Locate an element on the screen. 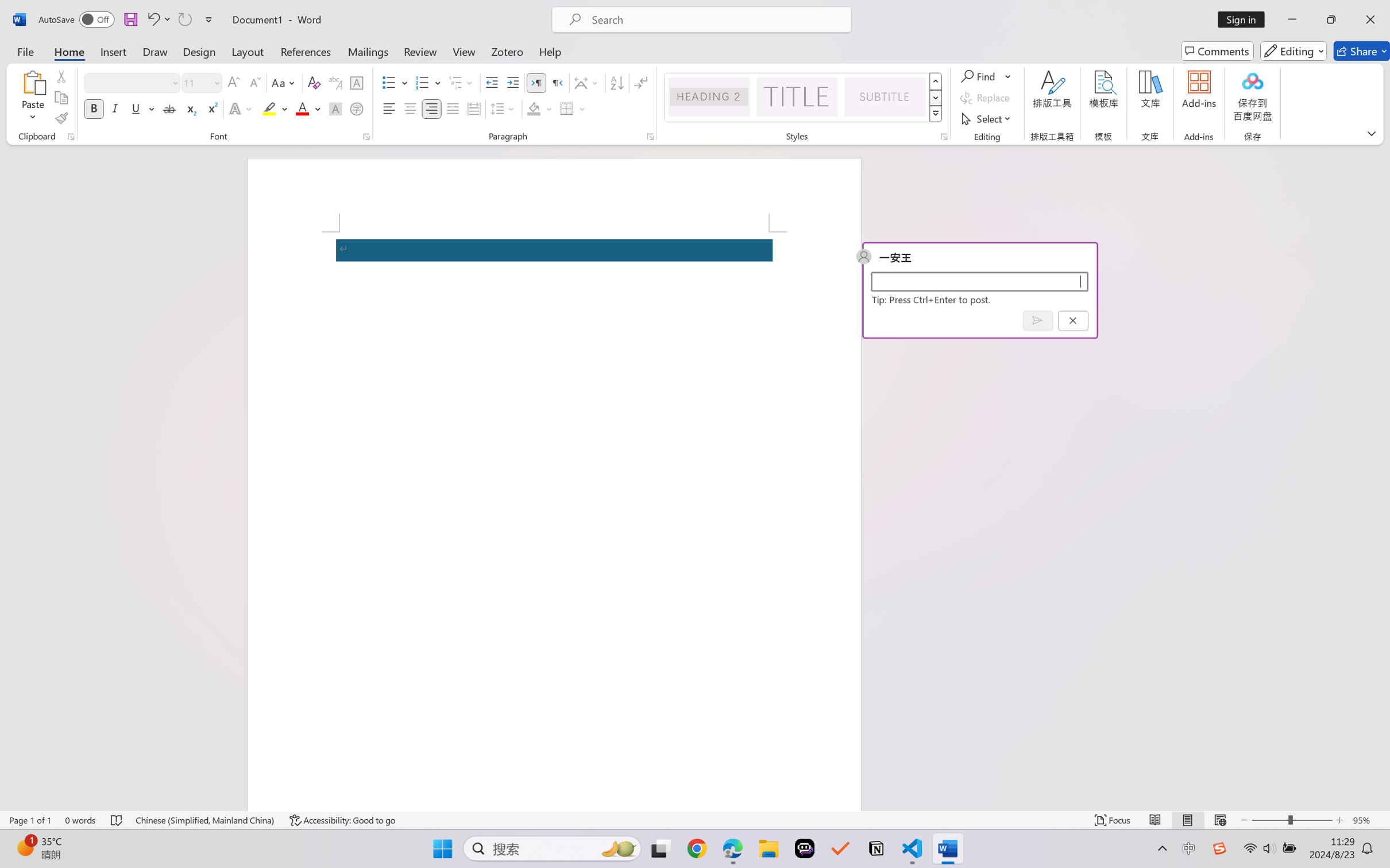  'Text Highlight Color RGB(255, 255, 0)' is located at coordinates (269, 108).